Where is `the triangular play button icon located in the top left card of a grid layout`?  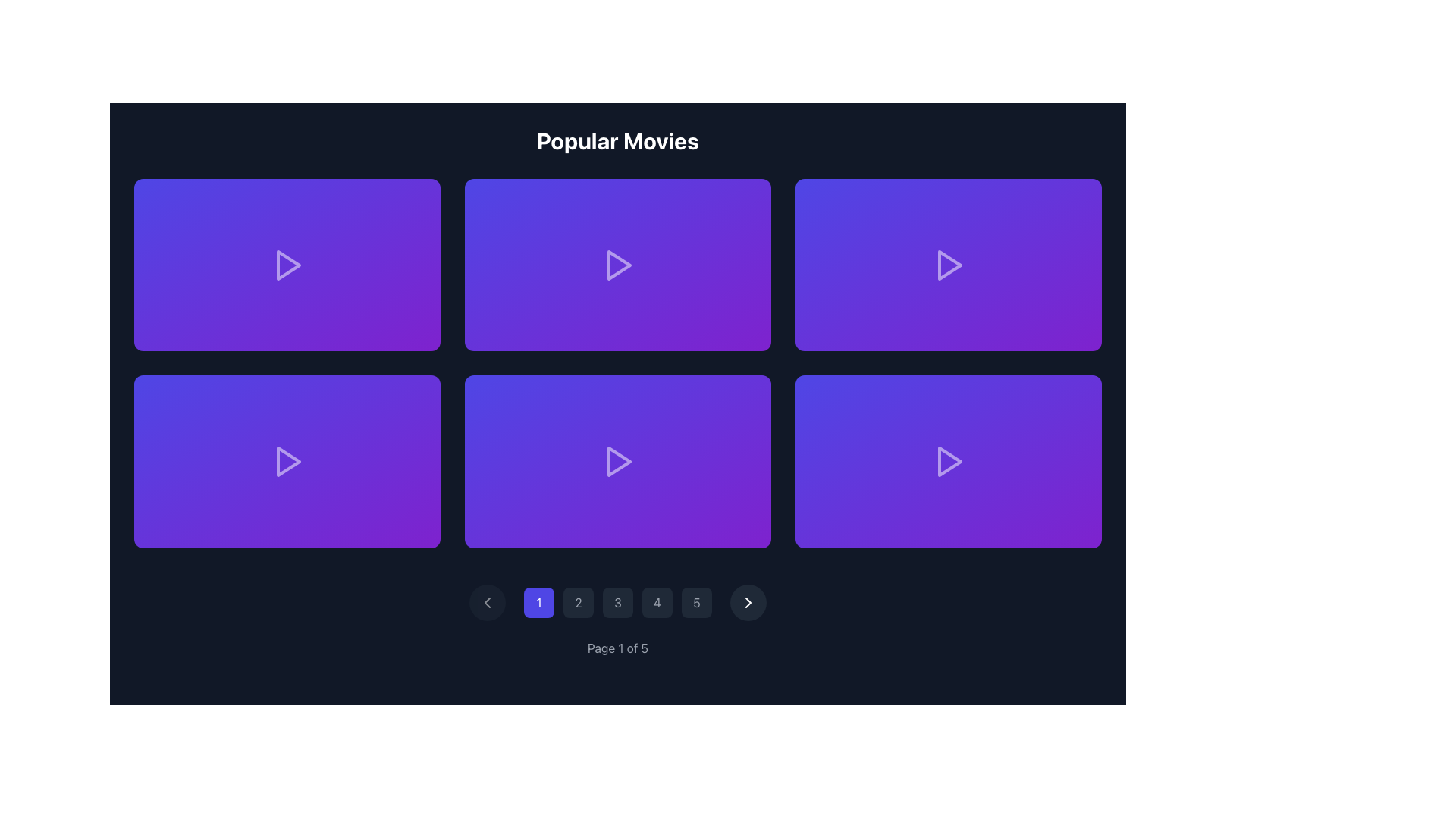 the triangular play button icon located in the top left card of a grid layout is located at coordinates (287, 263).